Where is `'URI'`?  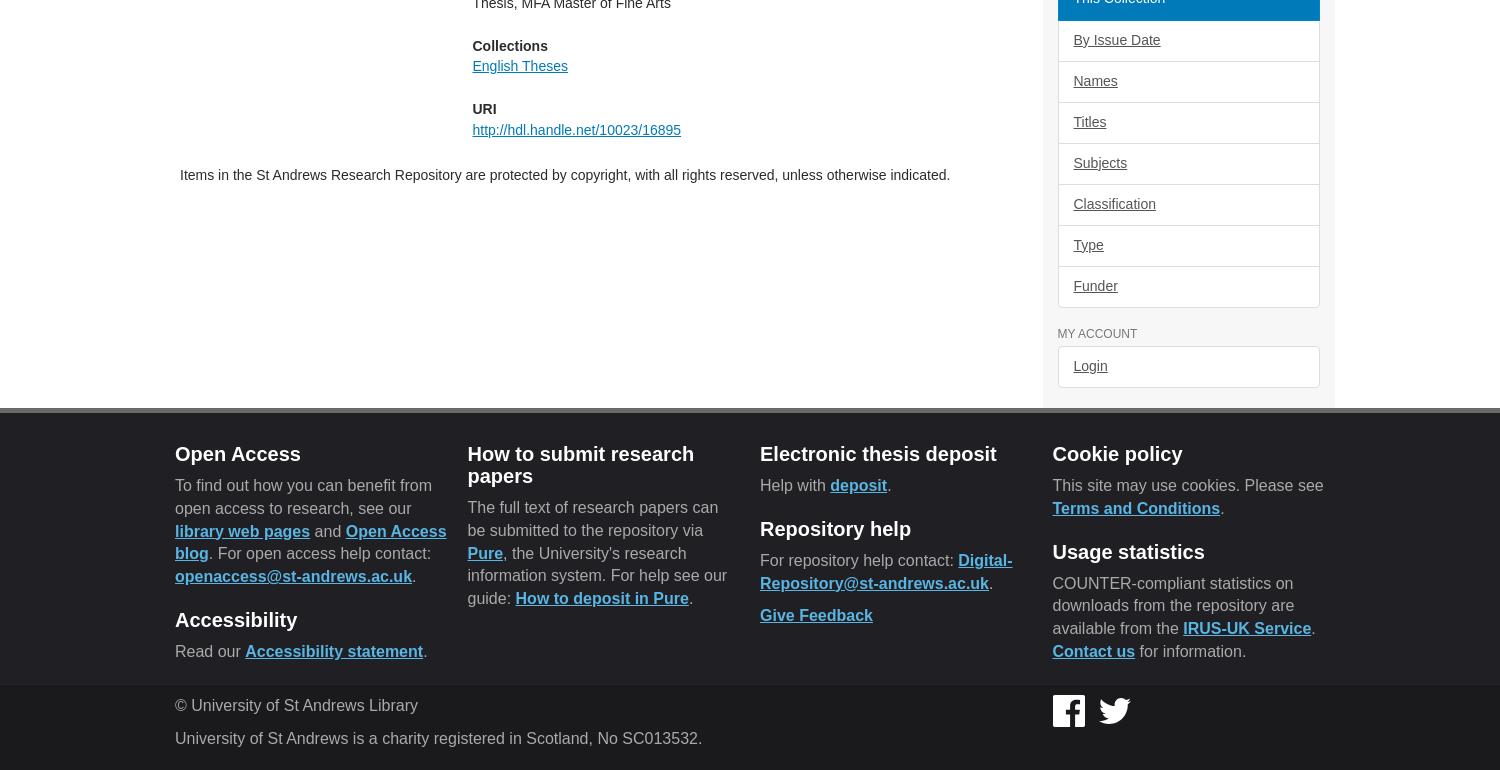
'URI' is located at coordinates (483, 108).